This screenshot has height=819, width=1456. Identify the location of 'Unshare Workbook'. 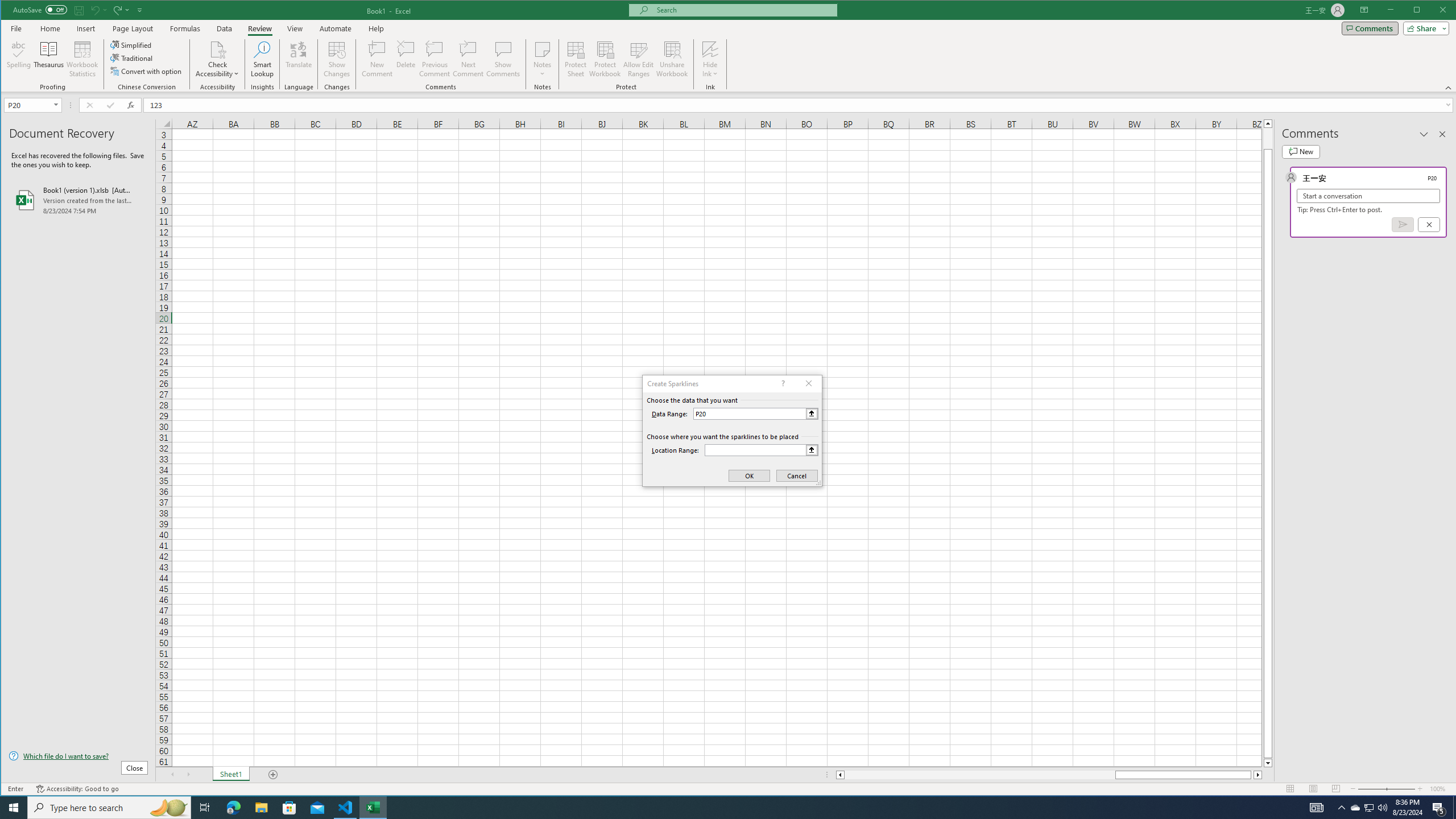
(672, 59).